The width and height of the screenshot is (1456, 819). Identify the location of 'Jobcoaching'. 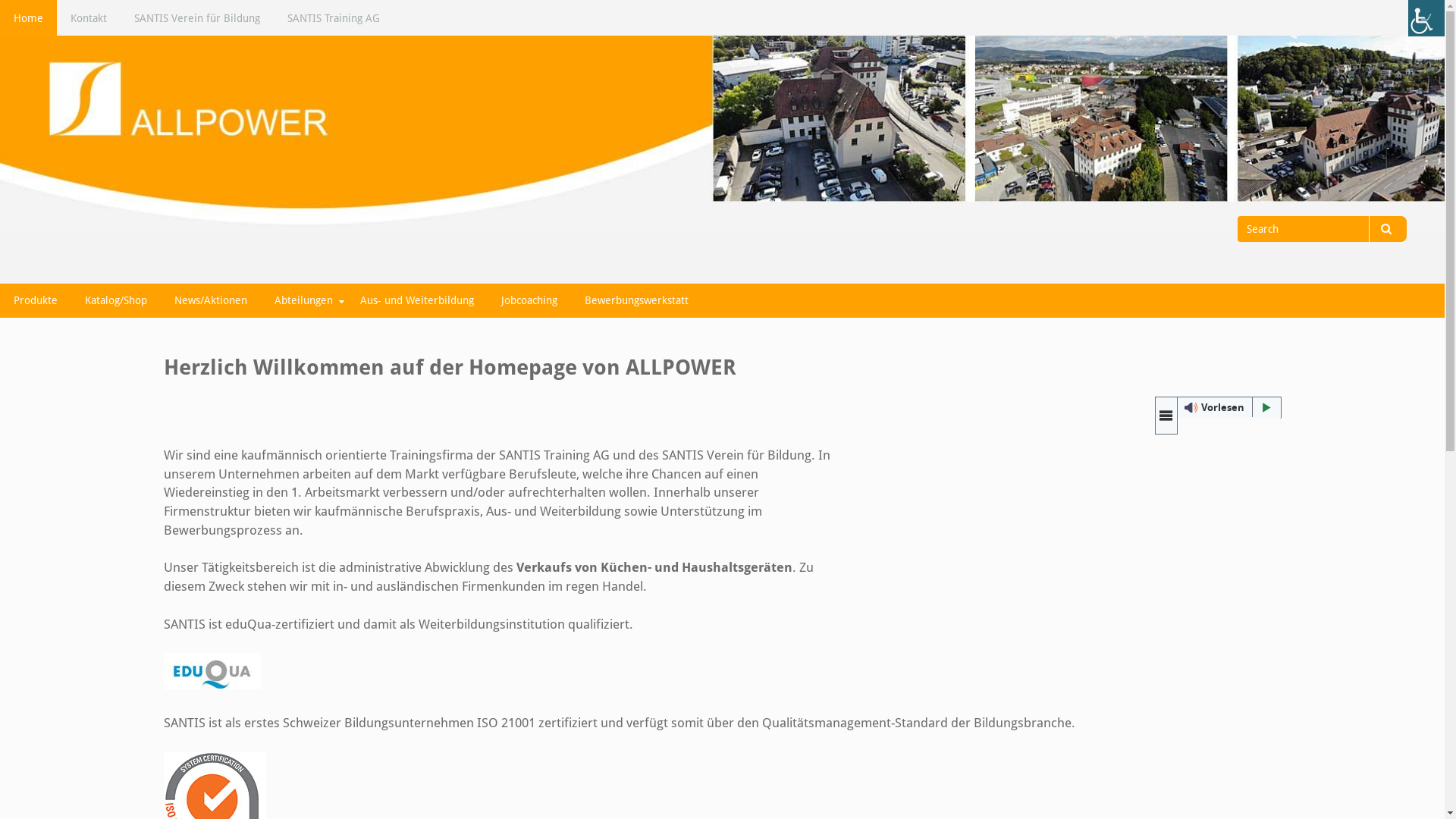
(529, 300).